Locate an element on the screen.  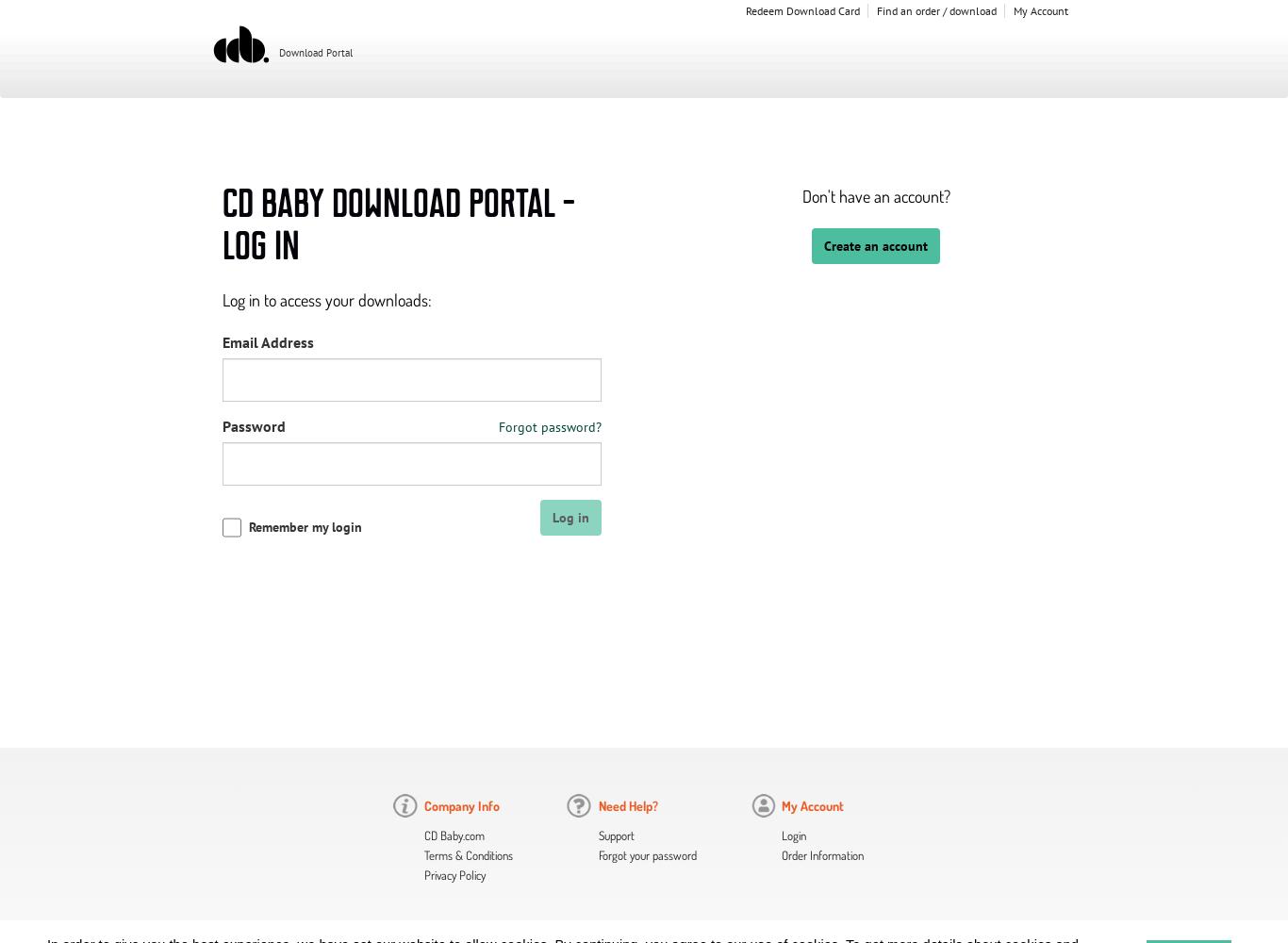
'CD Baby Download Portal - Log In' is located at coordinates (396, 224).